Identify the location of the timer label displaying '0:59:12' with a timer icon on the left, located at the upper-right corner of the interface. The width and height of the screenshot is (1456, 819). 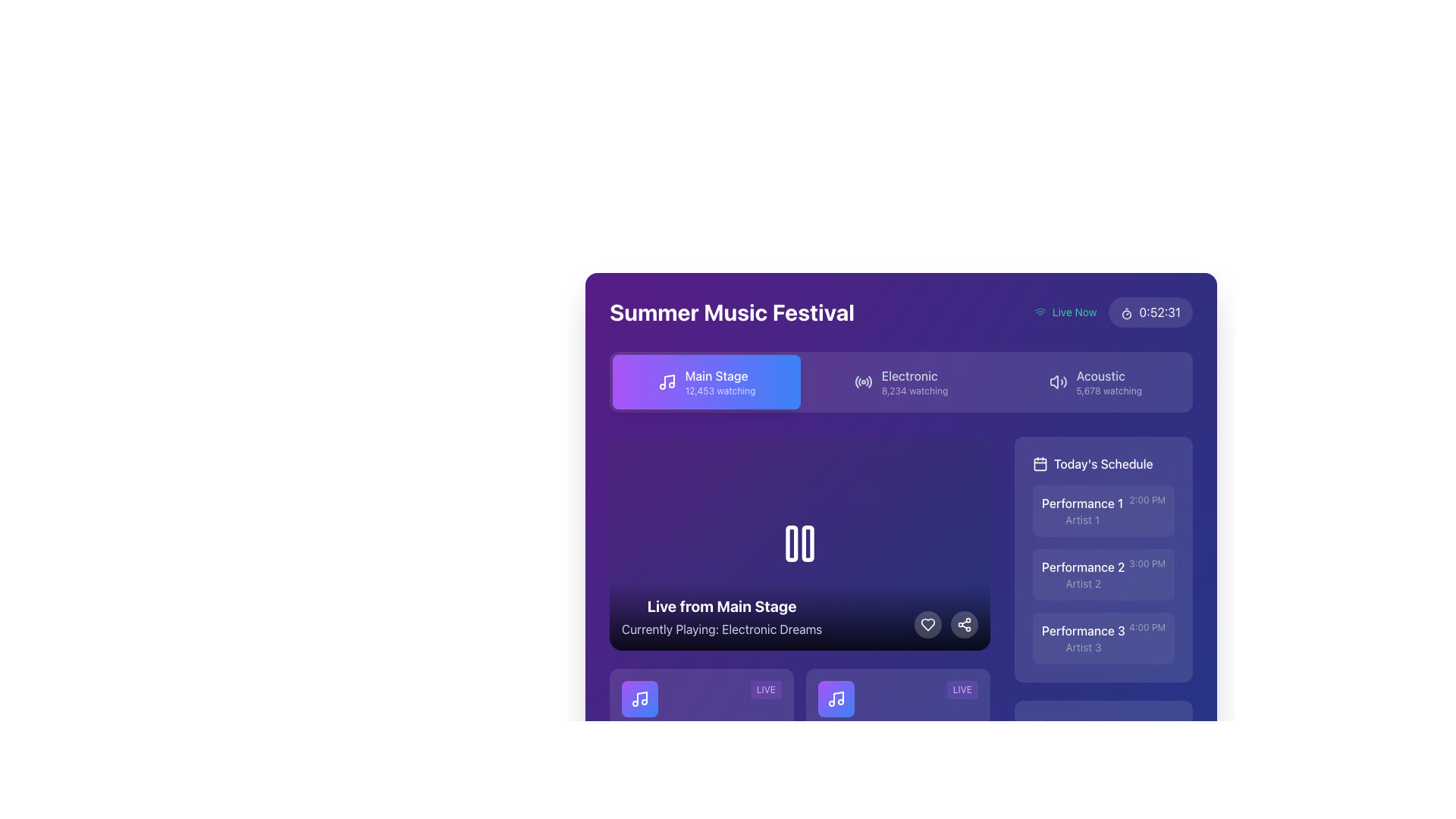
(1150, 312).